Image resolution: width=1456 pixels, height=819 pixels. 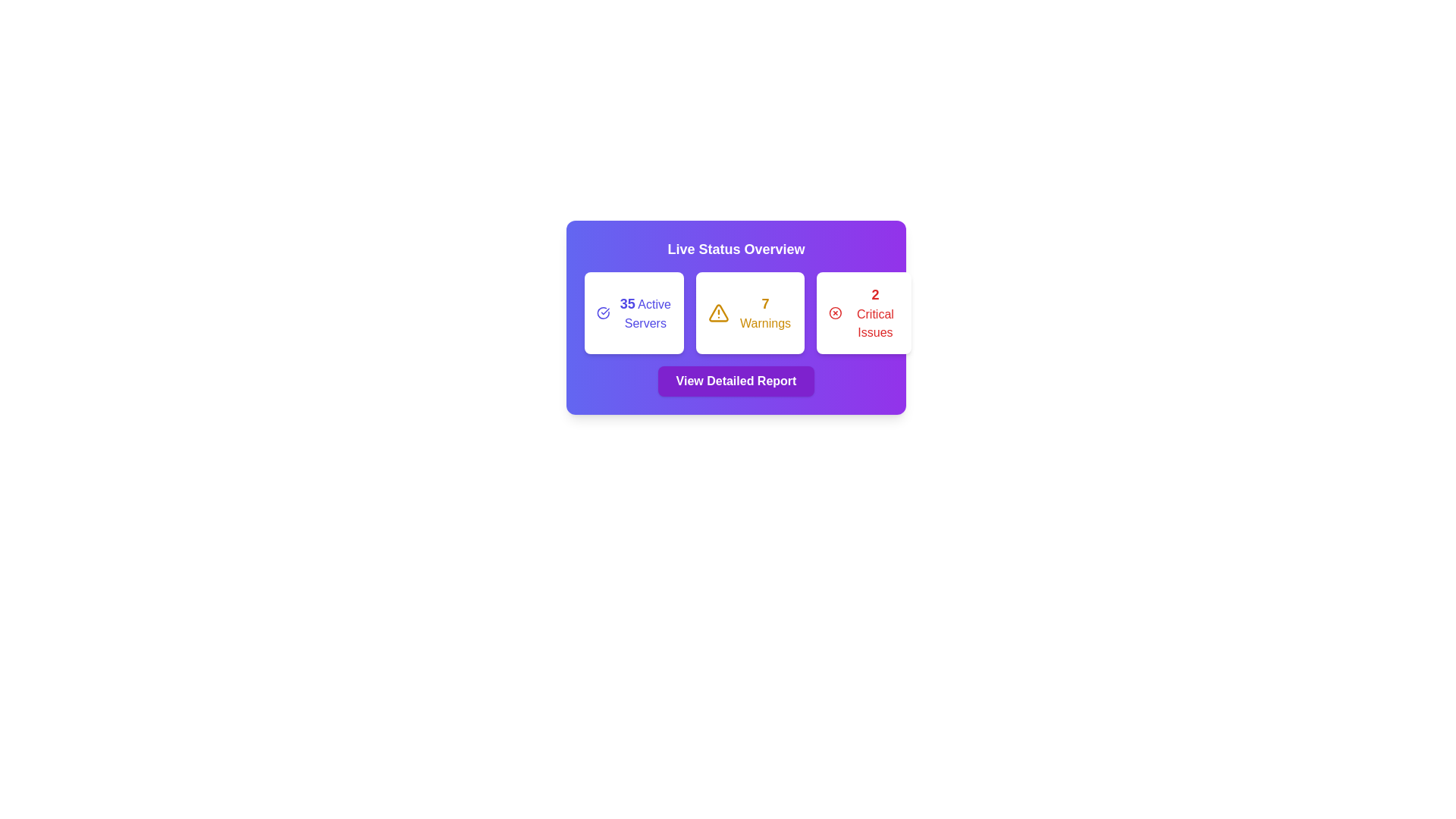 What do you see at coordinates (718, 312) in the screenshot?
I see `the triangular warning icon with an exclamation mark, which is outlined in yellow and located in the panel labeled '7 Warnings'` at bounding box center [718, 312].